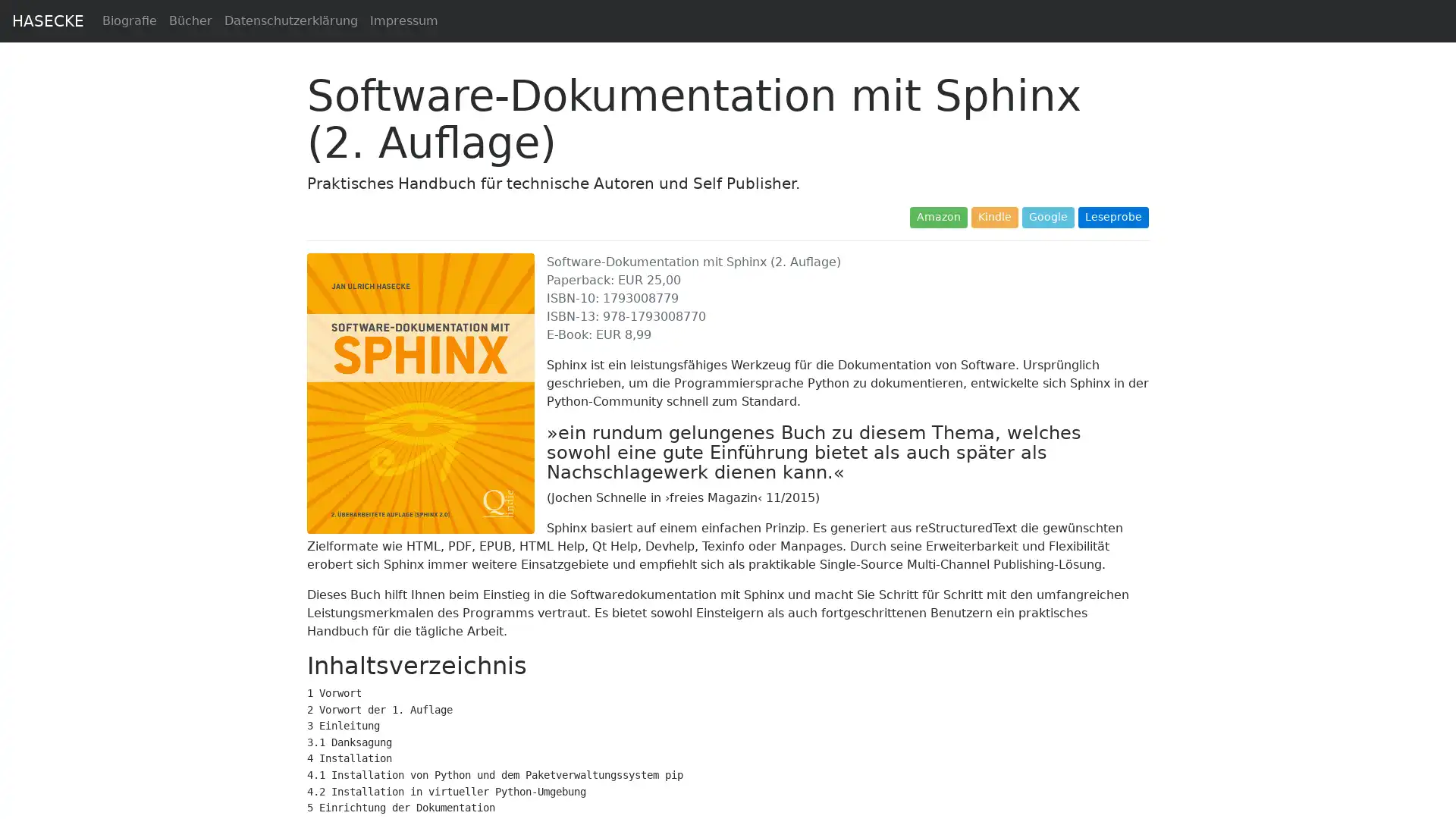 Image resolution: width=1456 pixels, height=819 pixels. I want to click on Amazon, so click(938, 217).